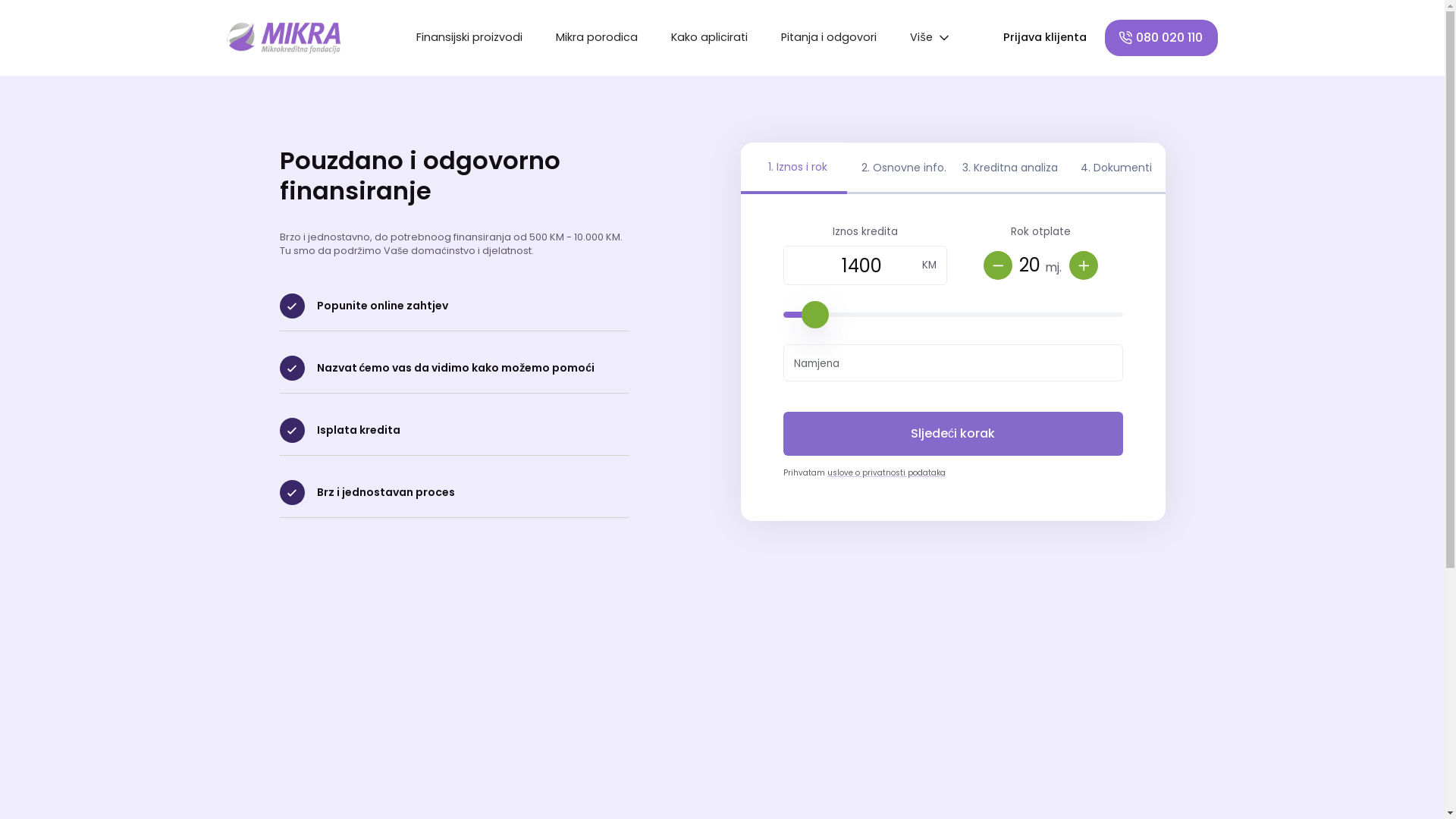 This screenshot has height=819, width=1456. Describe the element at coordinates (469, 36) in the screenshot. I see `'Finansijski proizvodi'` at that location.